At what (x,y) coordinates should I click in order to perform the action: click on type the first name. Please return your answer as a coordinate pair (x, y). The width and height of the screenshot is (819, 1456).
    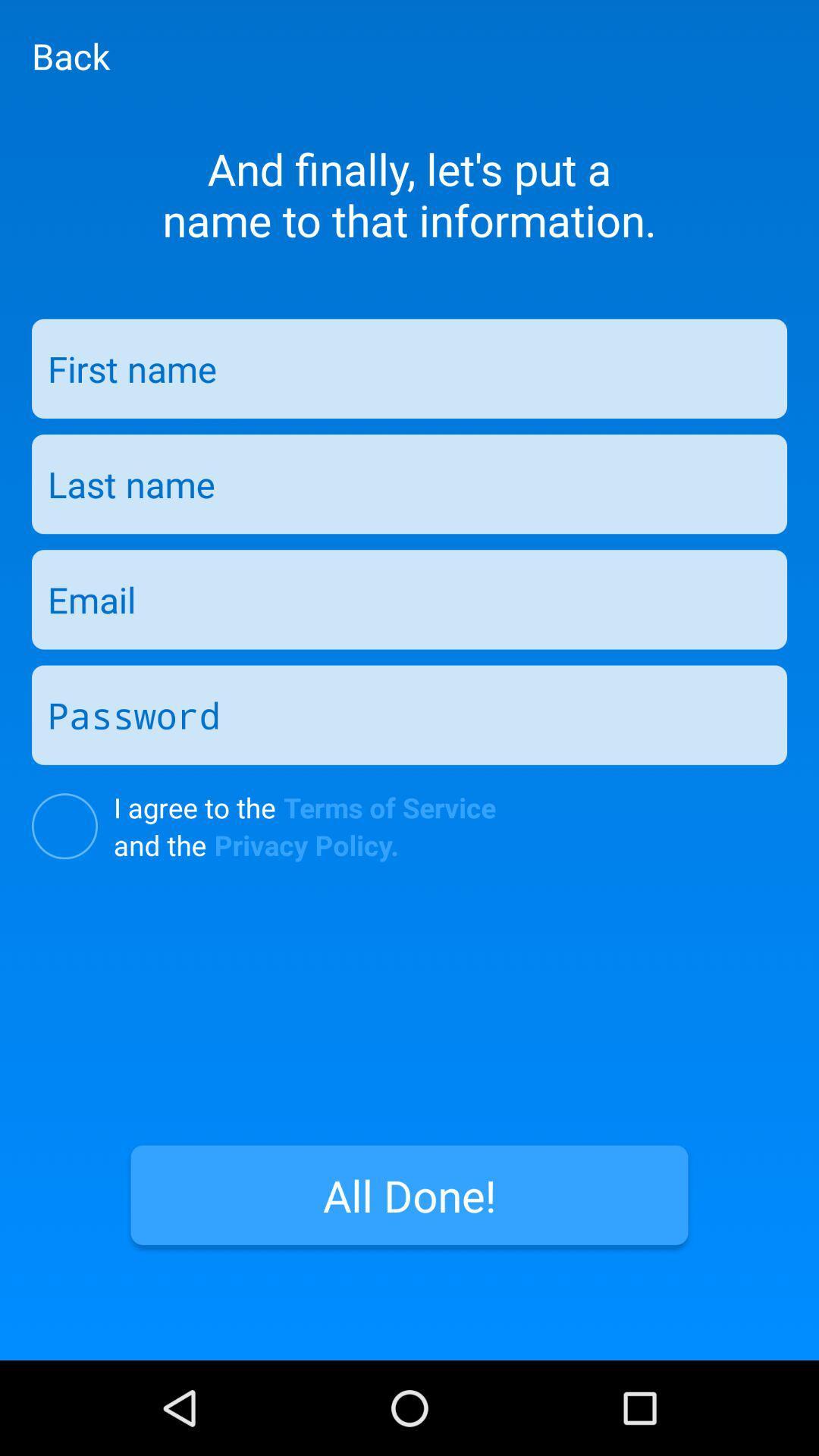
    Looking at the image, I should click on (409, 369).